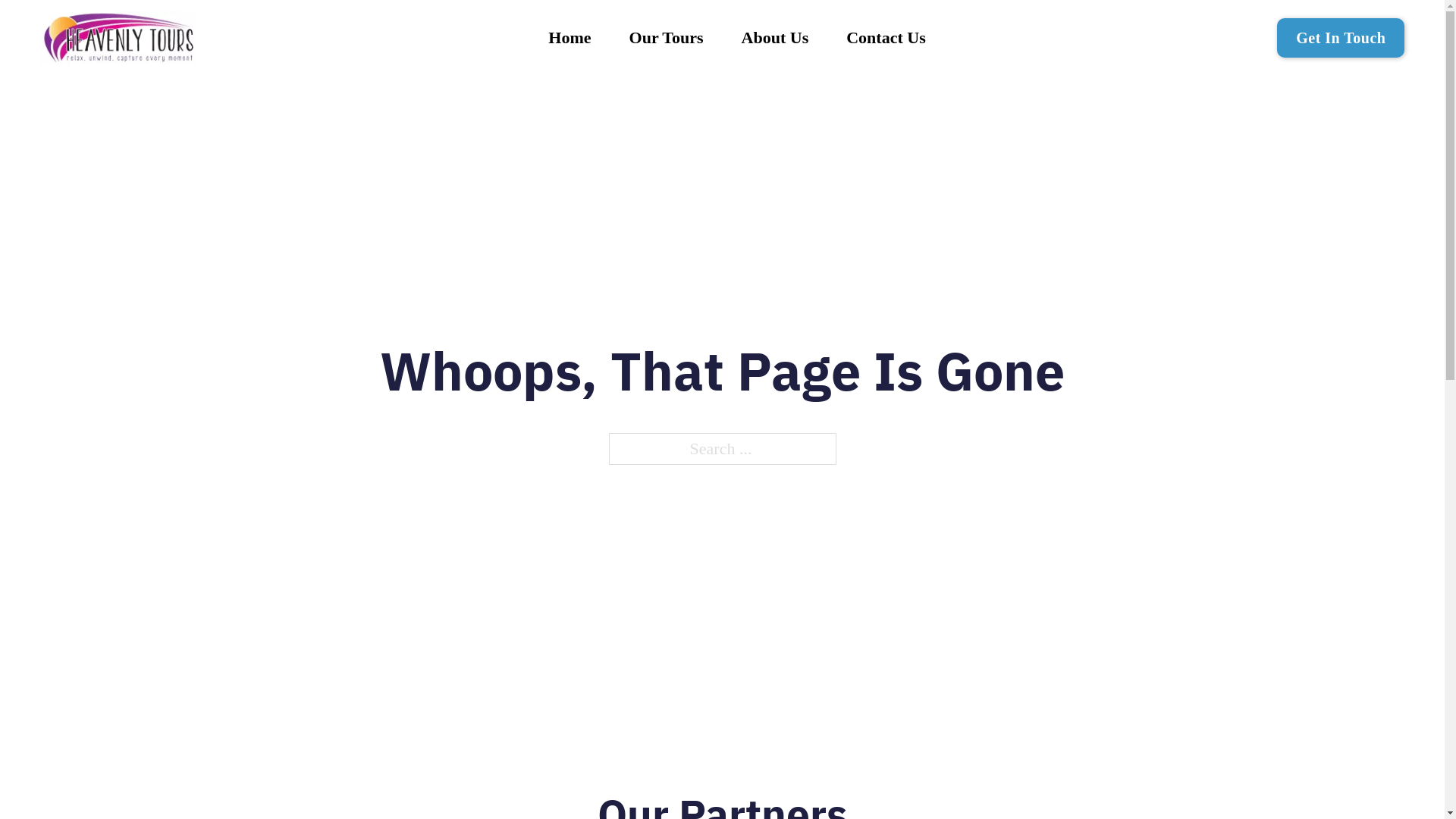 This screenshot has width=1456, height=819. I want to click on 'Home', so click(529, 36).